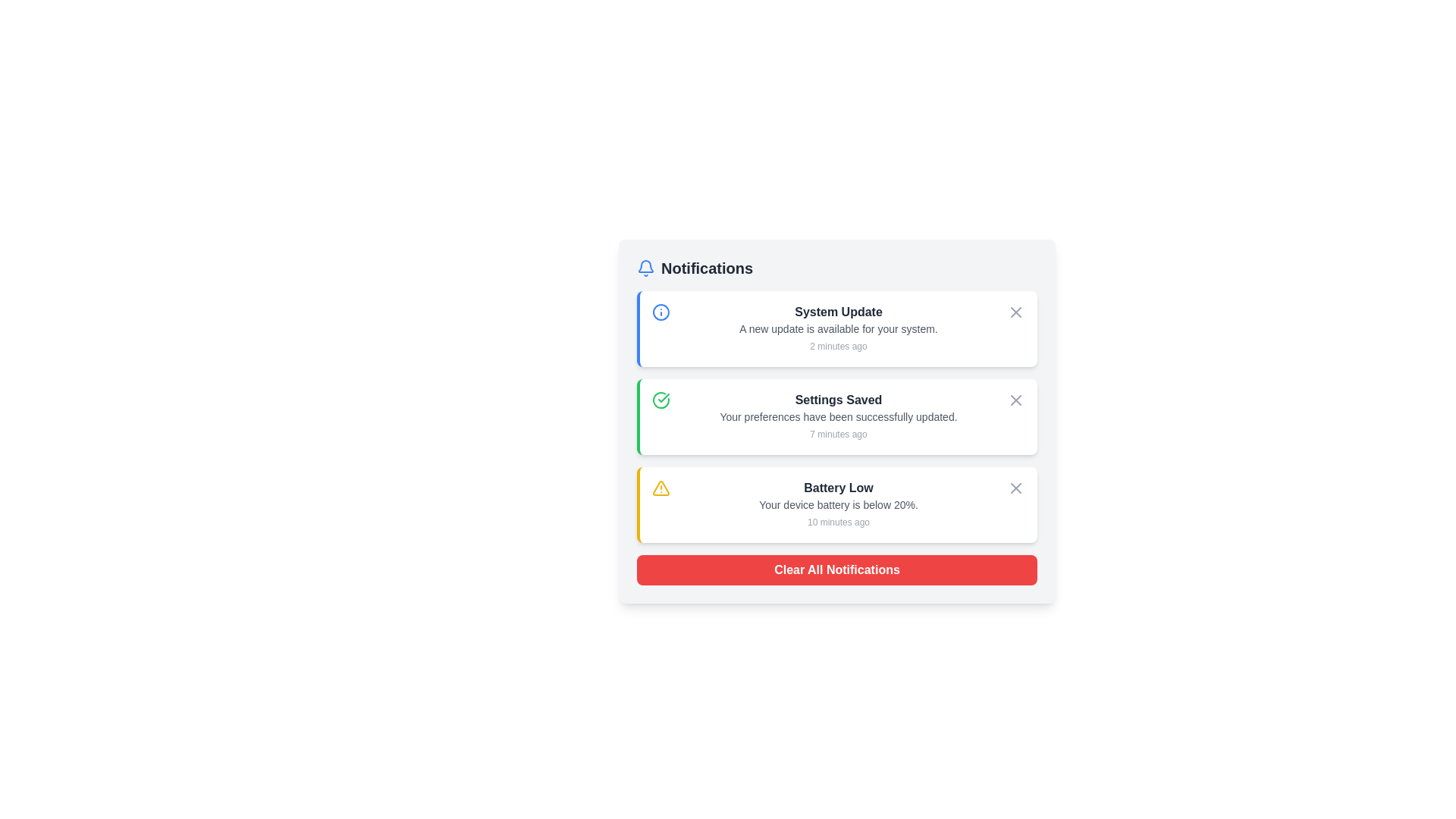 The height and width of the screenshot is (819, 1456). What do you see at coordinates (1015, 400) in the screenshot?
I see `the close button in the upper-right corner of the 'Settings Saved' notification card` at bounding box center [1015, 400].